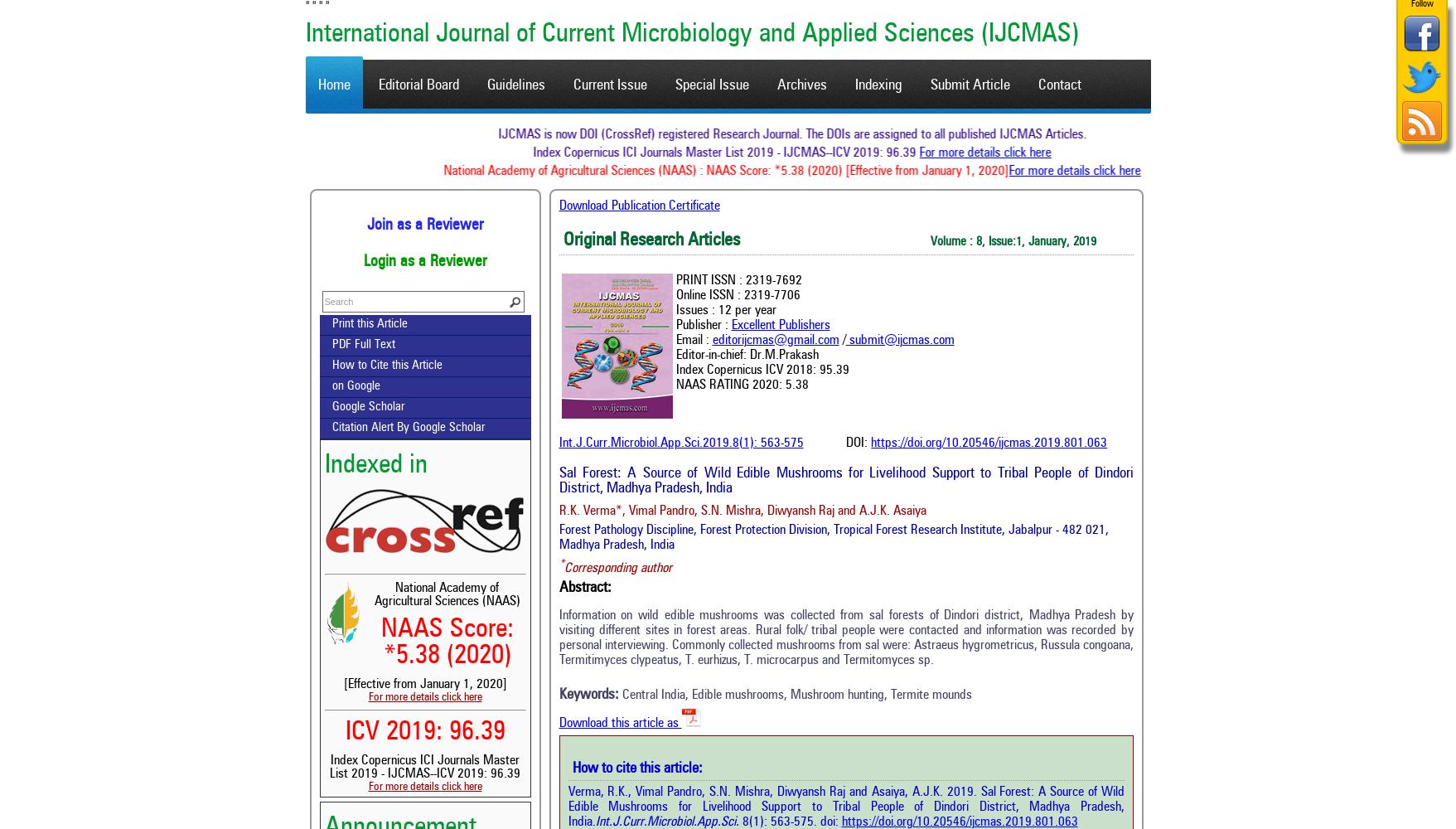 Image resolution: width=1456 pixels, height=829 pixels. Describe the element at coordinates (745, 240) in the screenshot. I see `'Original Research Articles'` at that location.